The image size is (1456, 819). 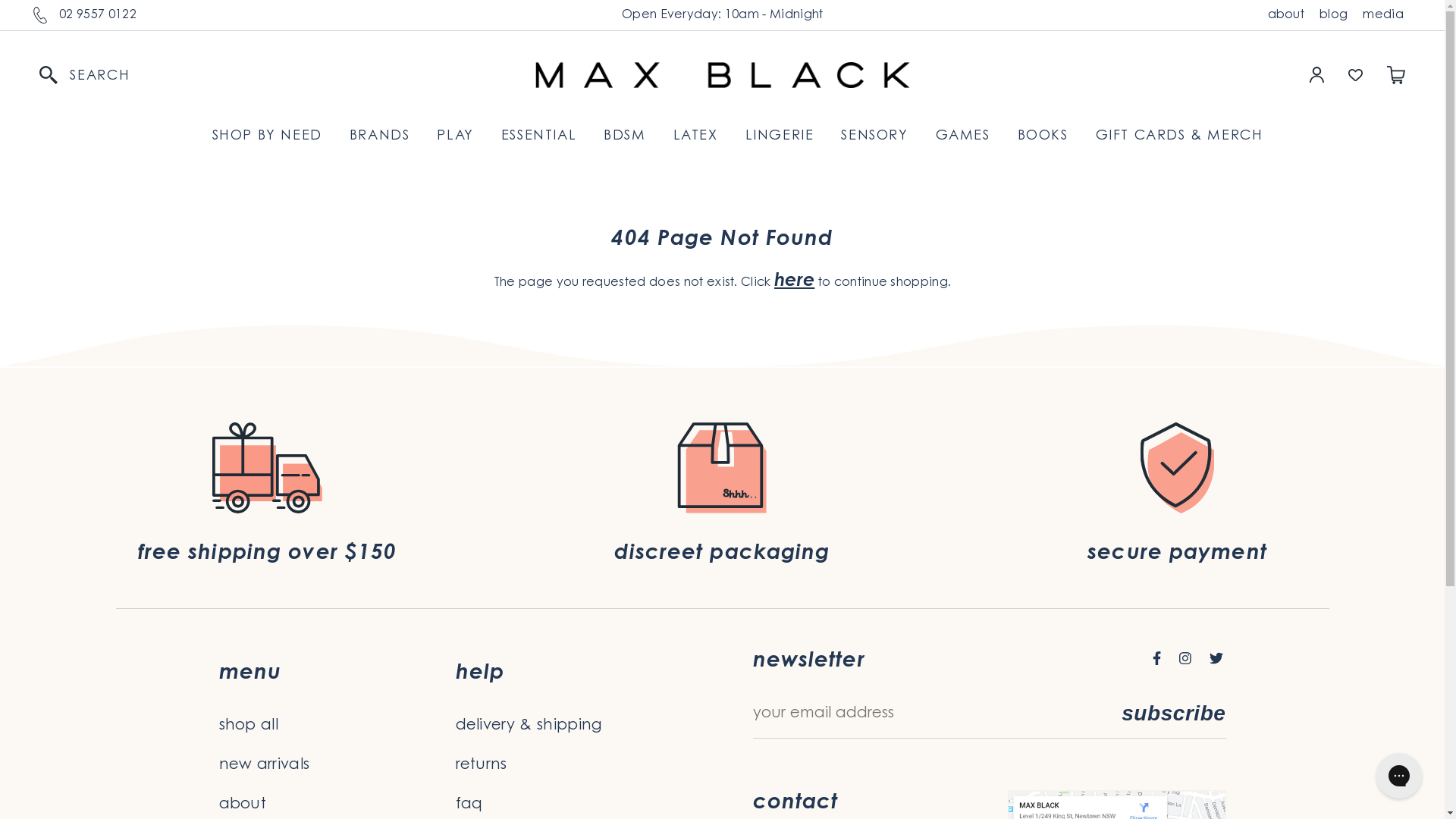 What do you see at coordinates (436, 136) in the screenshot?
I see `'PLAY'` at bounding box center [436, 136].